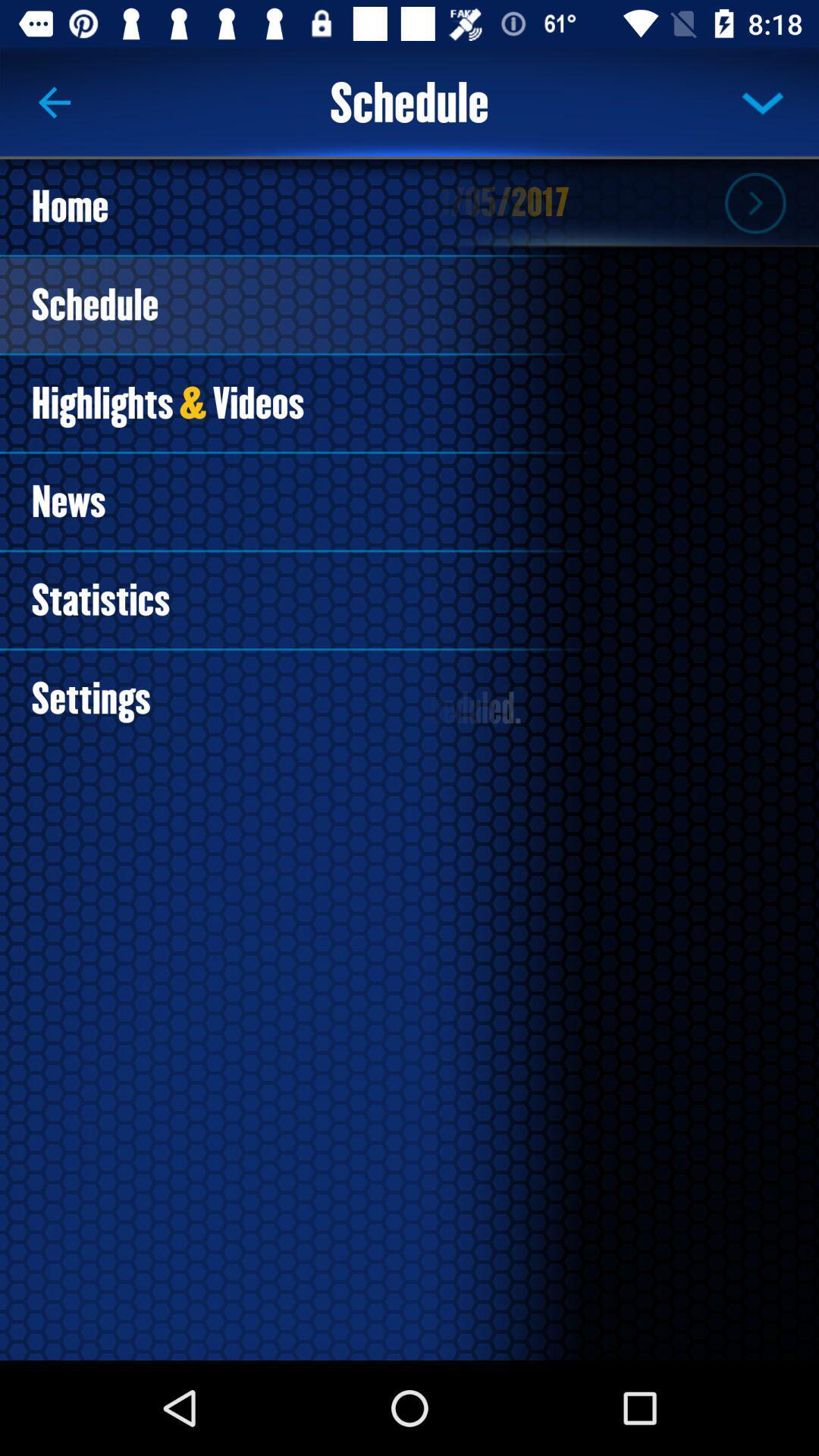 This screenshot has height=1456, width=819. What do you see at coordinates (755, 202) in the screenshot?
I see `the arrow_forward icon` at bounding box center [755, 202].